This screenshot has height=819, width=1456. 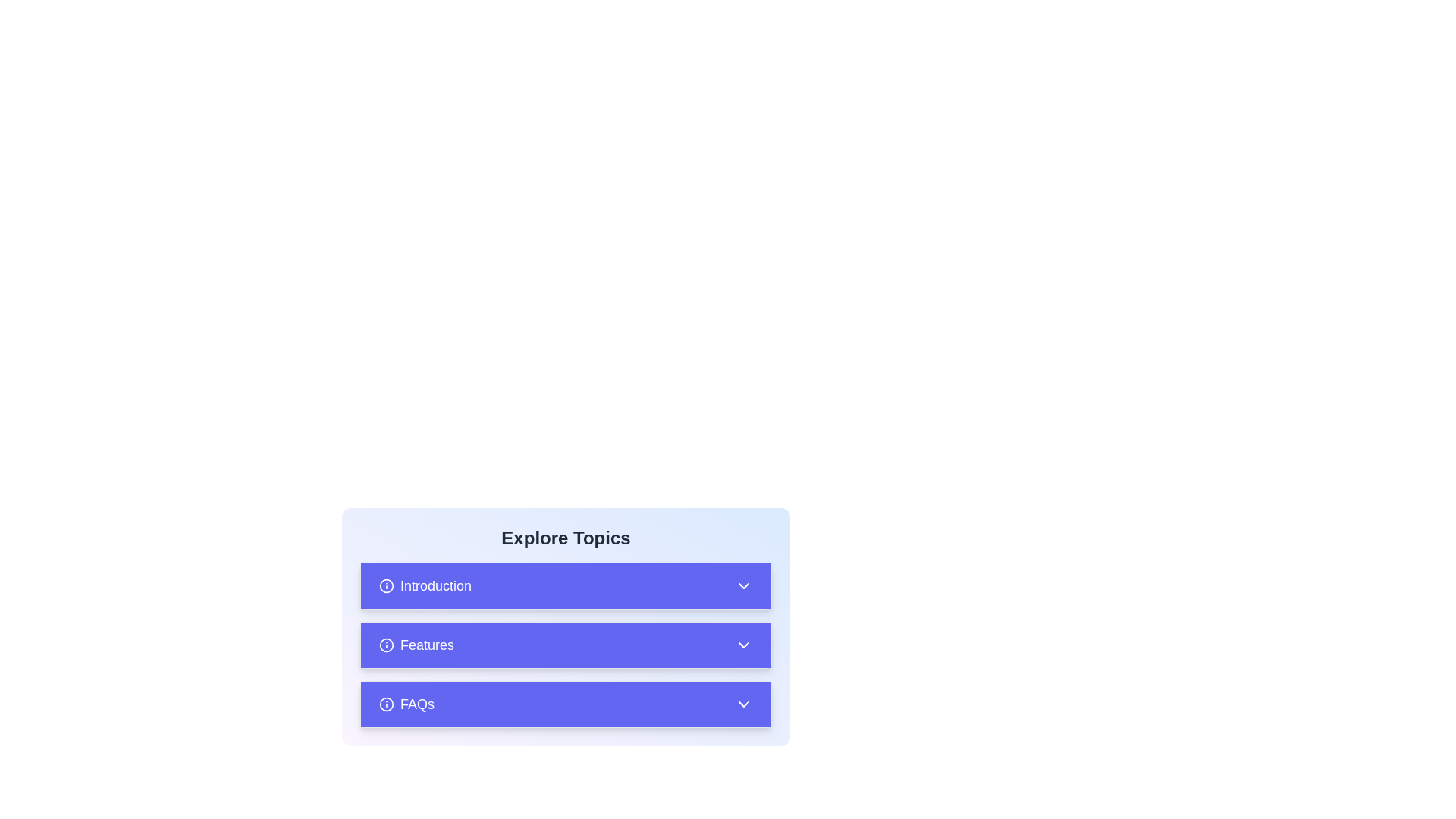 What do you see at coordinates (386, 645) in the screenshot?
I see `the information icon associated with the 'Features' option in the 'Explore Topics' menu, located to the left of the text label 'Features'` at bounding box center [386, 645].